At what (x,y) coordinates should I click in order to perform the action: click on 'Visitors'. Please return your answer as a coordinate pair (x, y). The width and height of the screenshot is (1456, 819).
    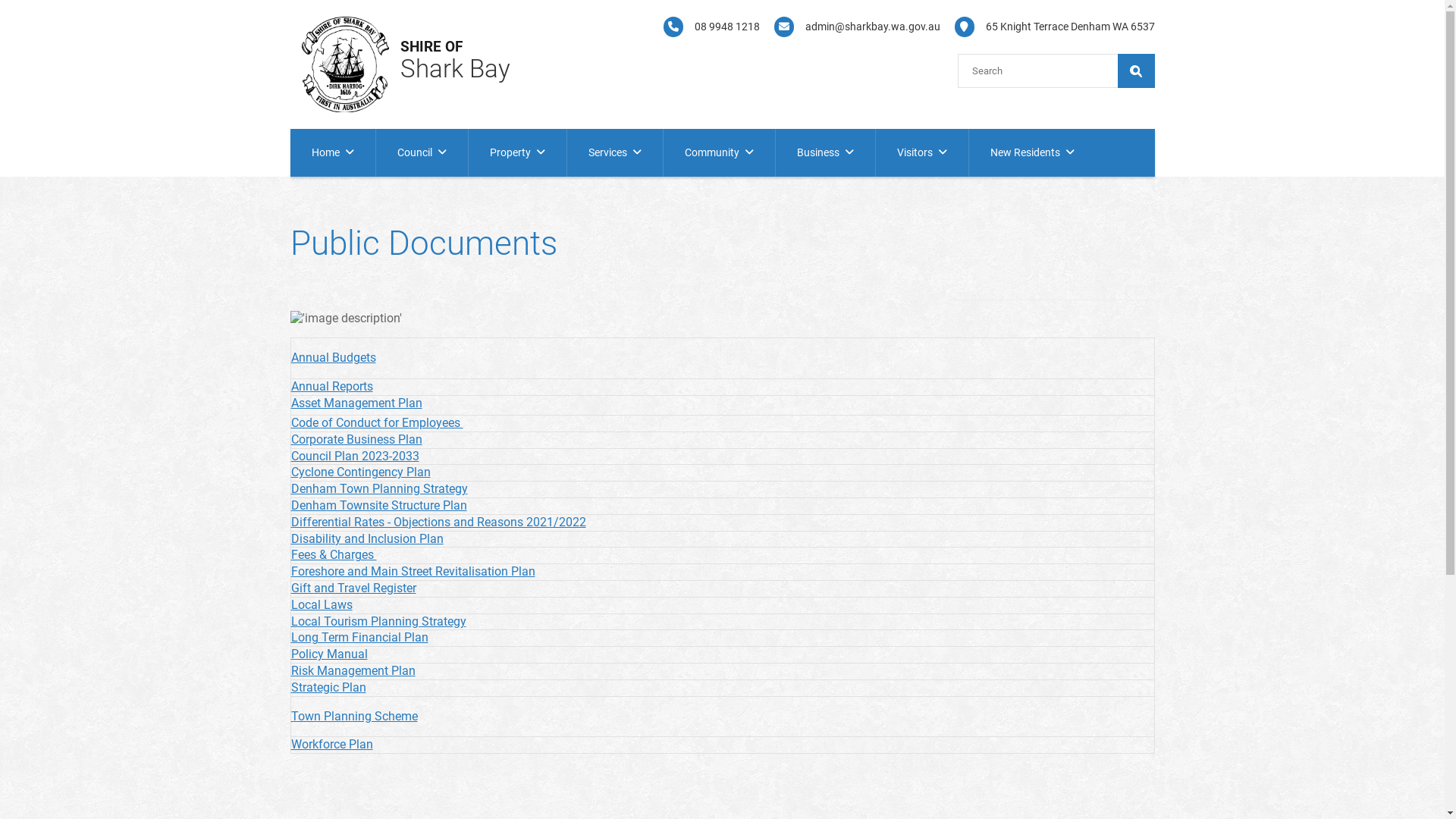
    Looking at the image, I should click on (920, 152).